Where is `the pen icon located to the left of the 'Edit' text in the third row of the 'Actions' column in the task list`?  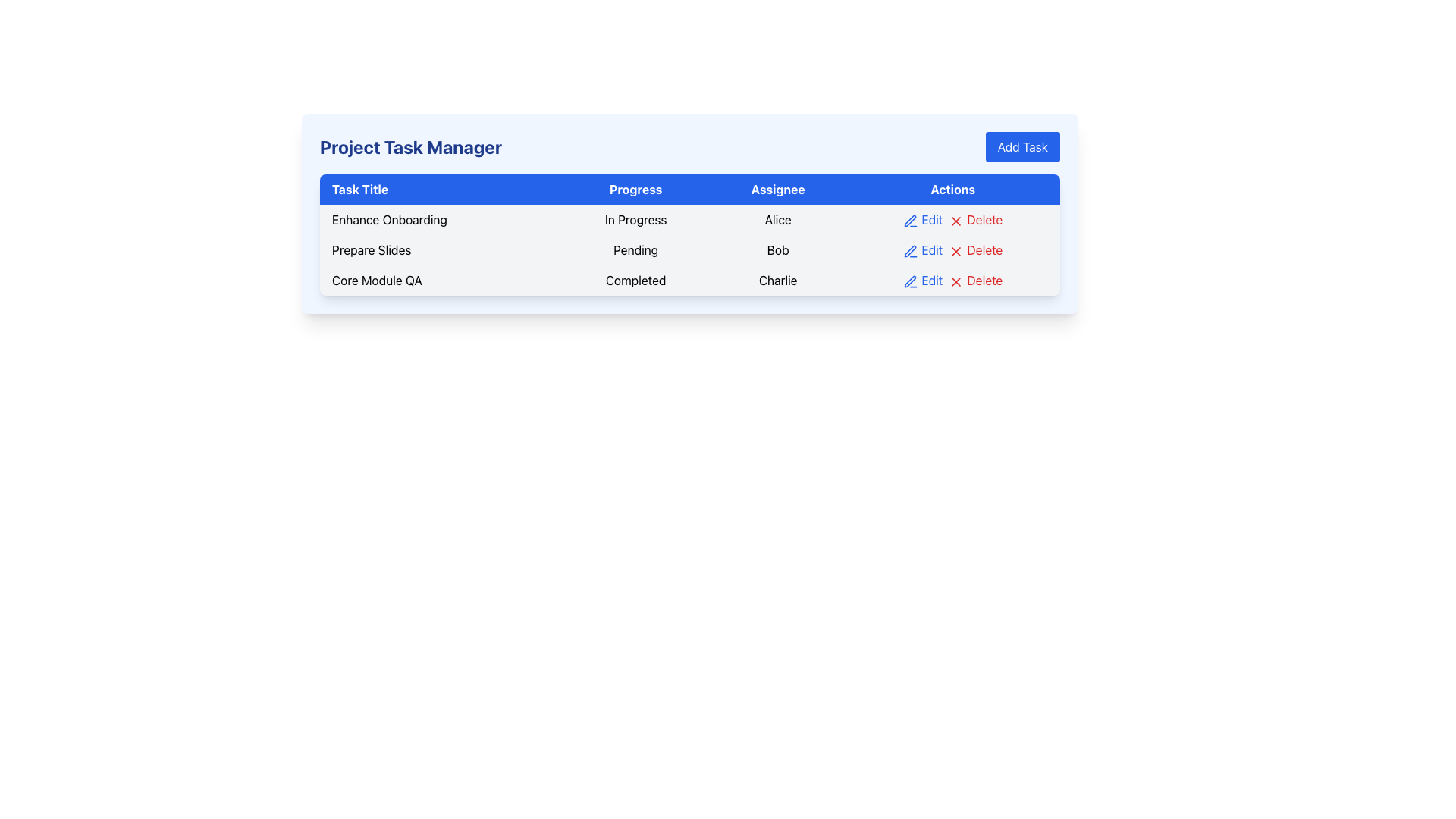
the pen icon located to the left of the 'Edit' text in the third row of the 'Actions' column in the task list is located at coordinates (910, 281).